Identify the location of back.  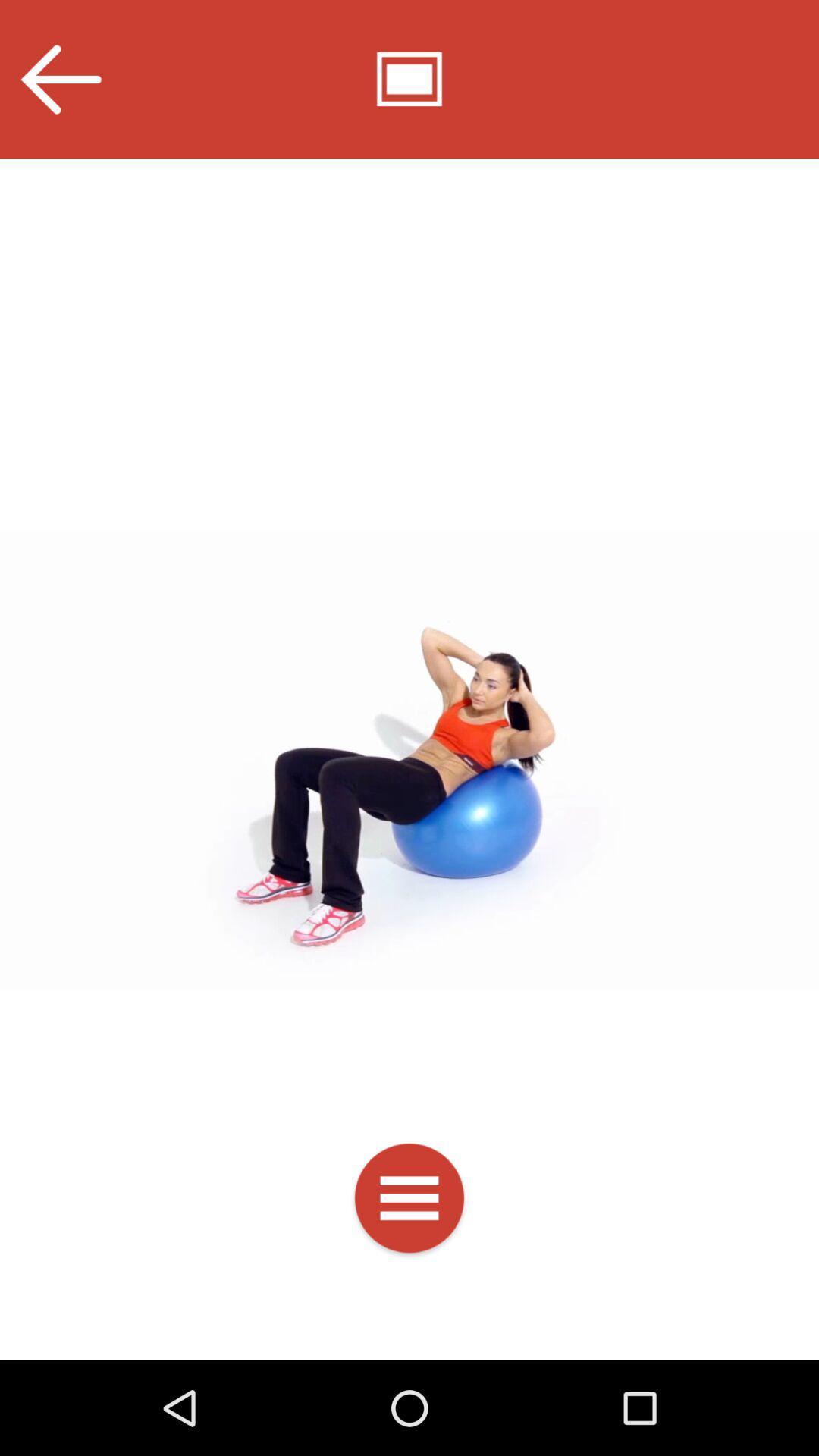
(59, 79).